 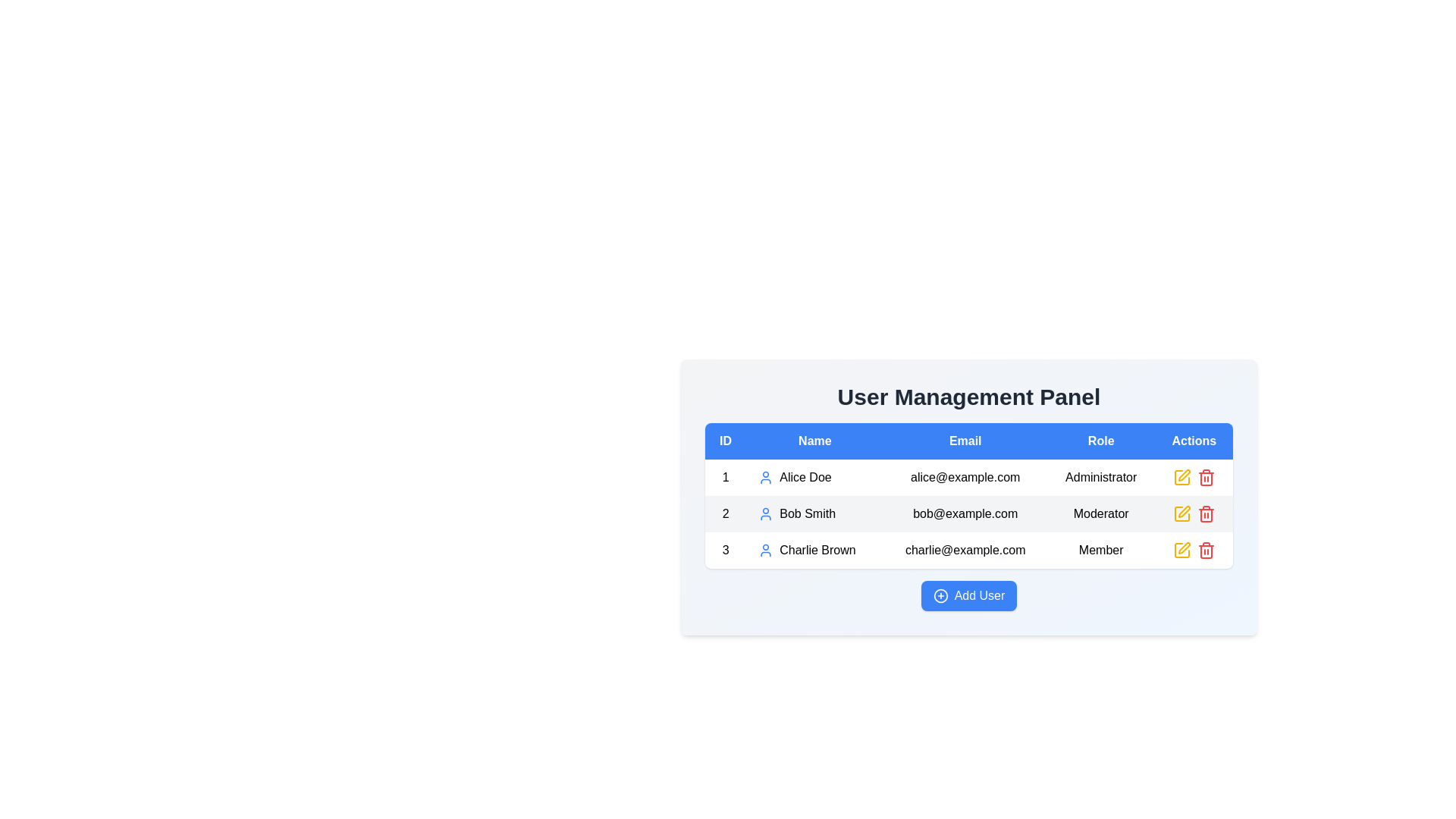 I want to click on the user icon representing 'Bob Smith' in the second row of the 'Name' column, so click(x=766, y=513).